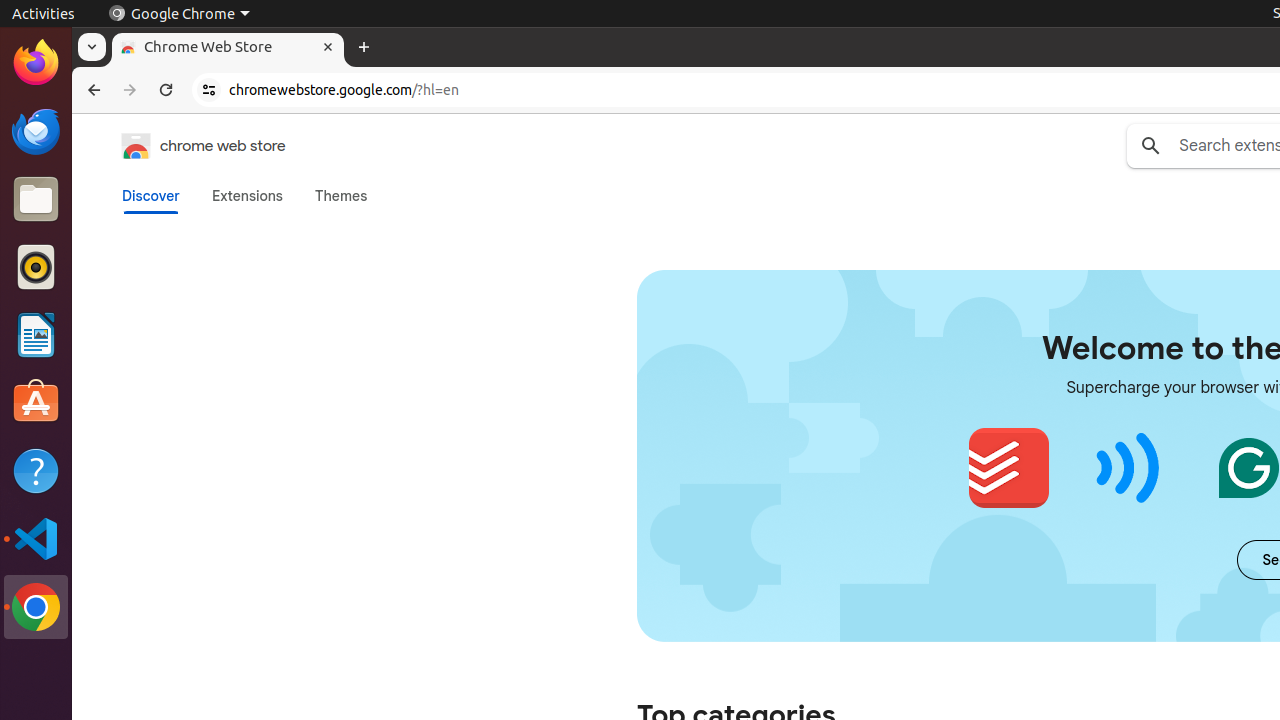  What do you see at coordinates (35, 471) in the screenshot?
I see `'Help'` at bounding box center [35, 471].